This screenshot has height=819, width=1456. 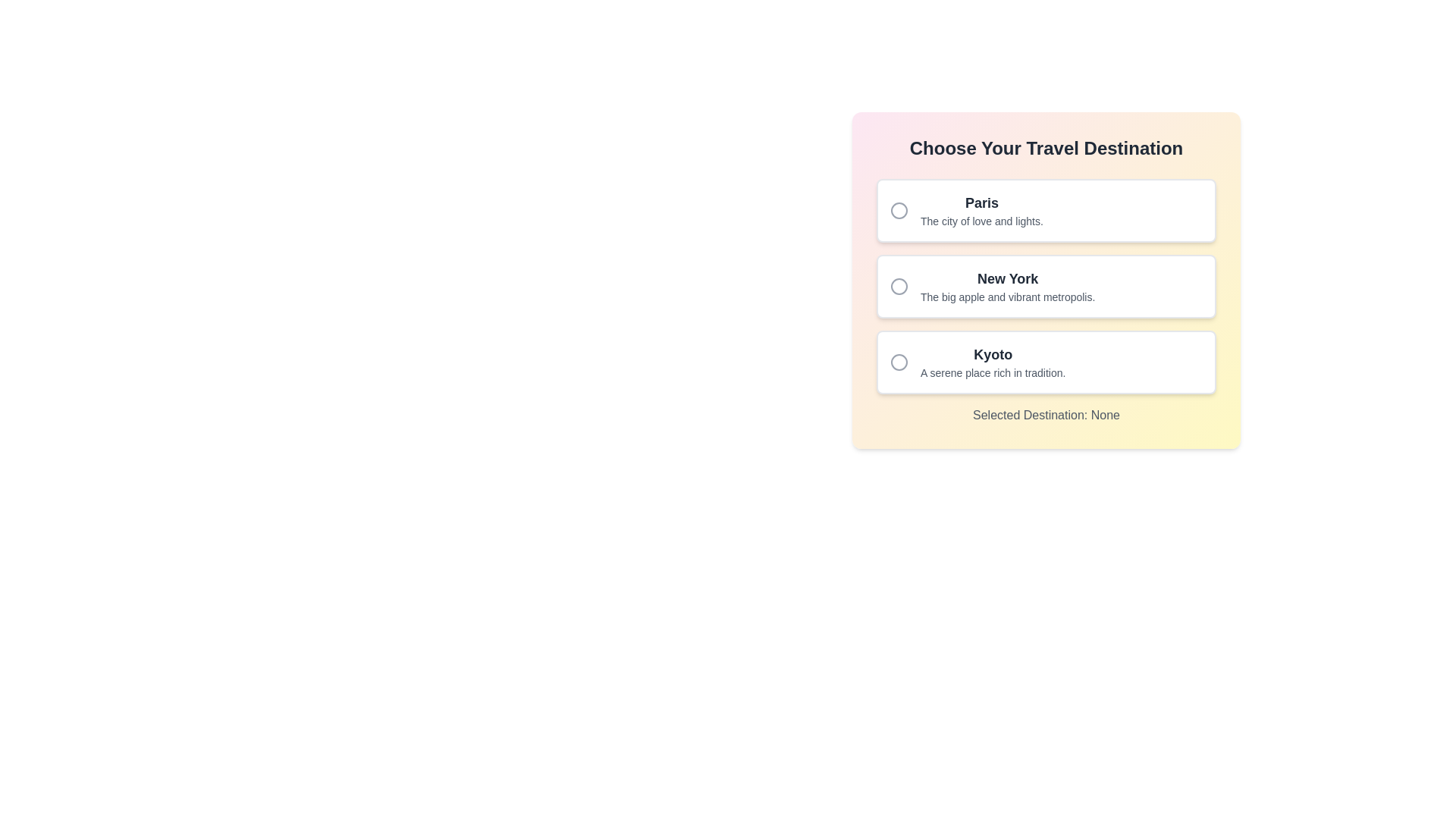 I want to click on the 'New York' text label, which serves as the label for the second option in a vertical list of three options, to associate it with the option's selection behavior, so click(x=1008, y=287).